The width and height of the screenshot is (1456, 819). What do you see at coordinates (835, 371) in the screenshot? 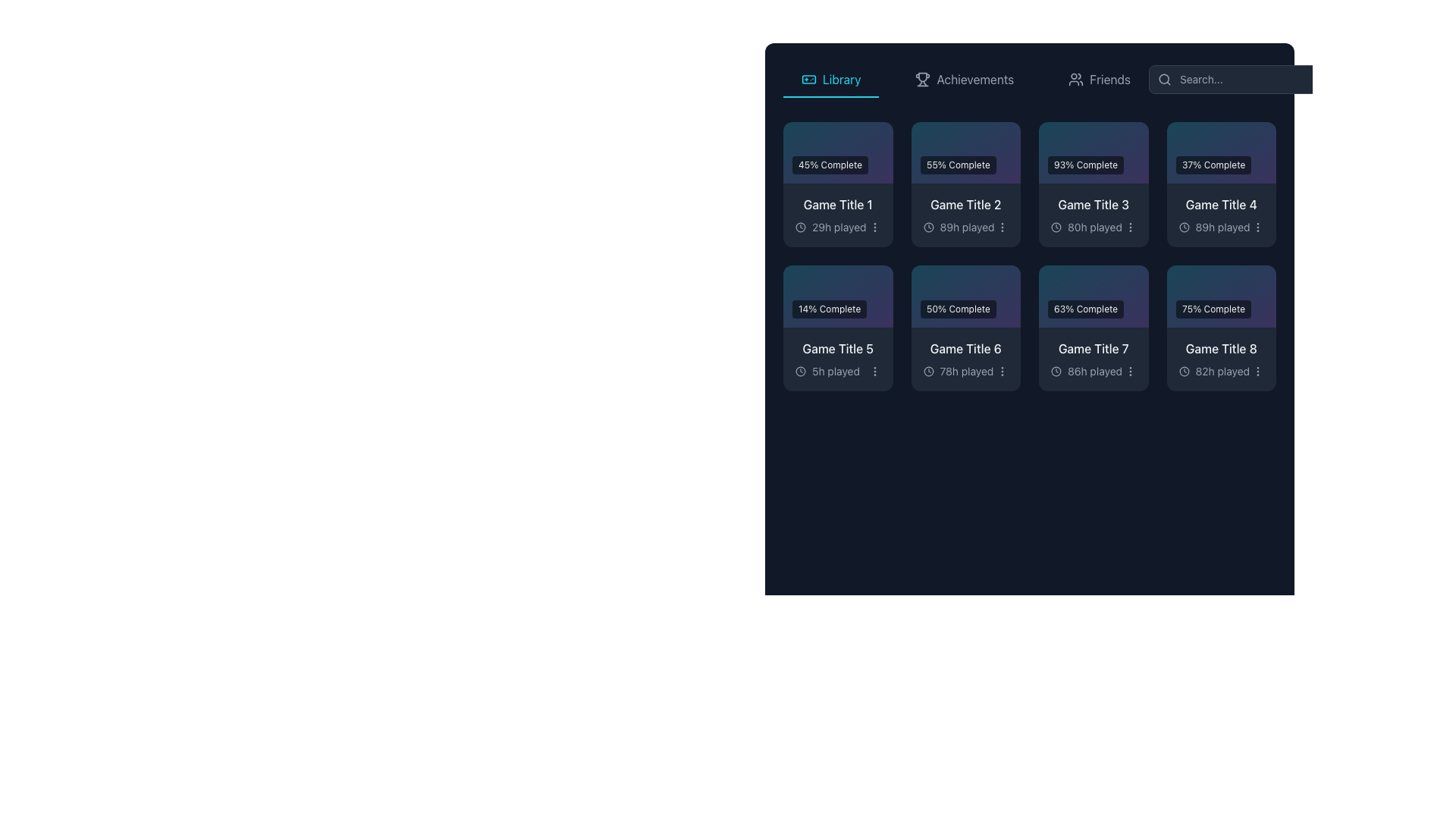
I see `text displayed in the Text label that shows the total hours played for the game, which is located near the bottom of the 'Game Title 5' card` at bounding box center [835, 371].